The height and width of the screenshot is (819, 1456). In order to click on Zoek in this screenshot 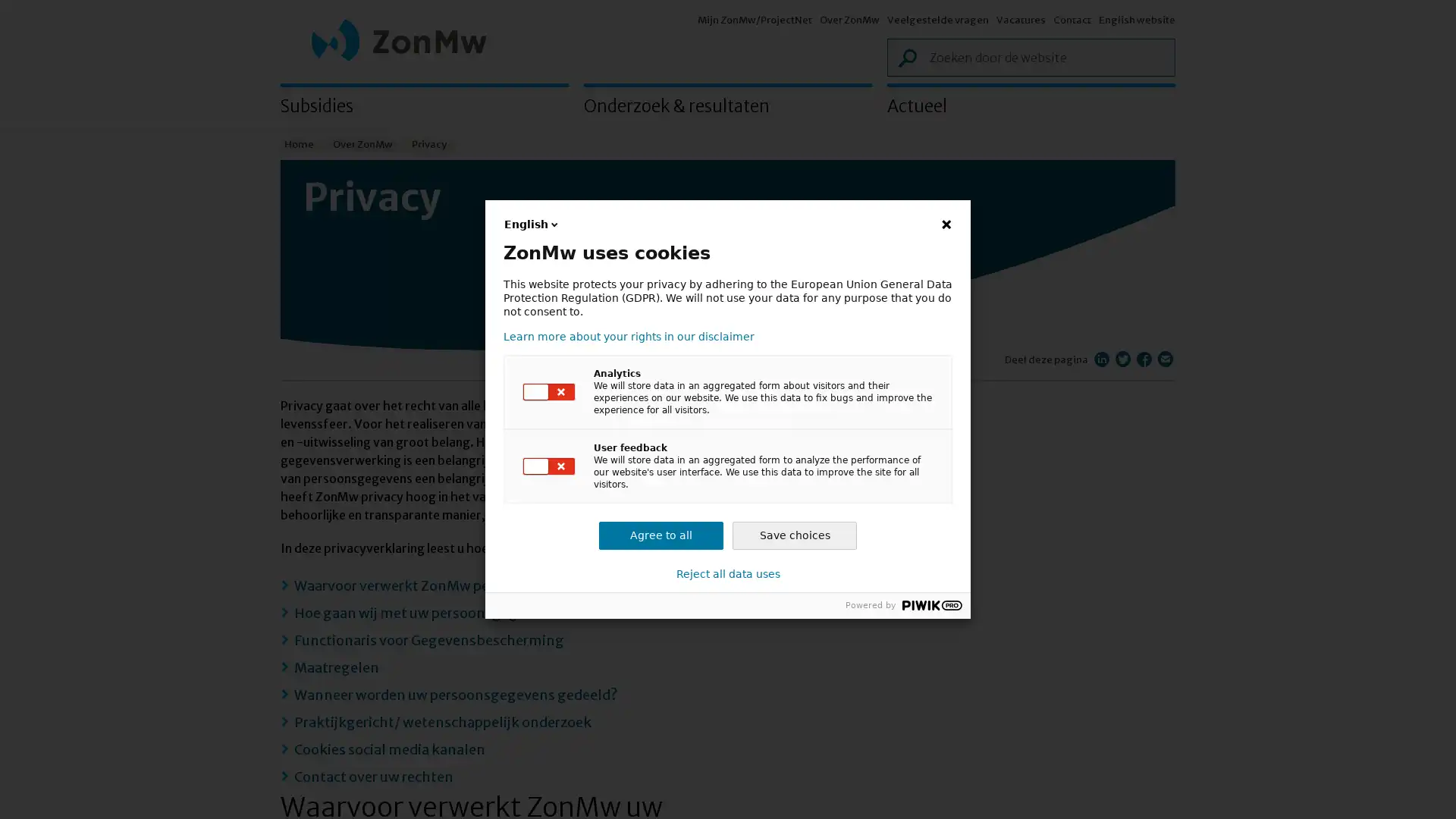, I will do `click(907, 57)`.